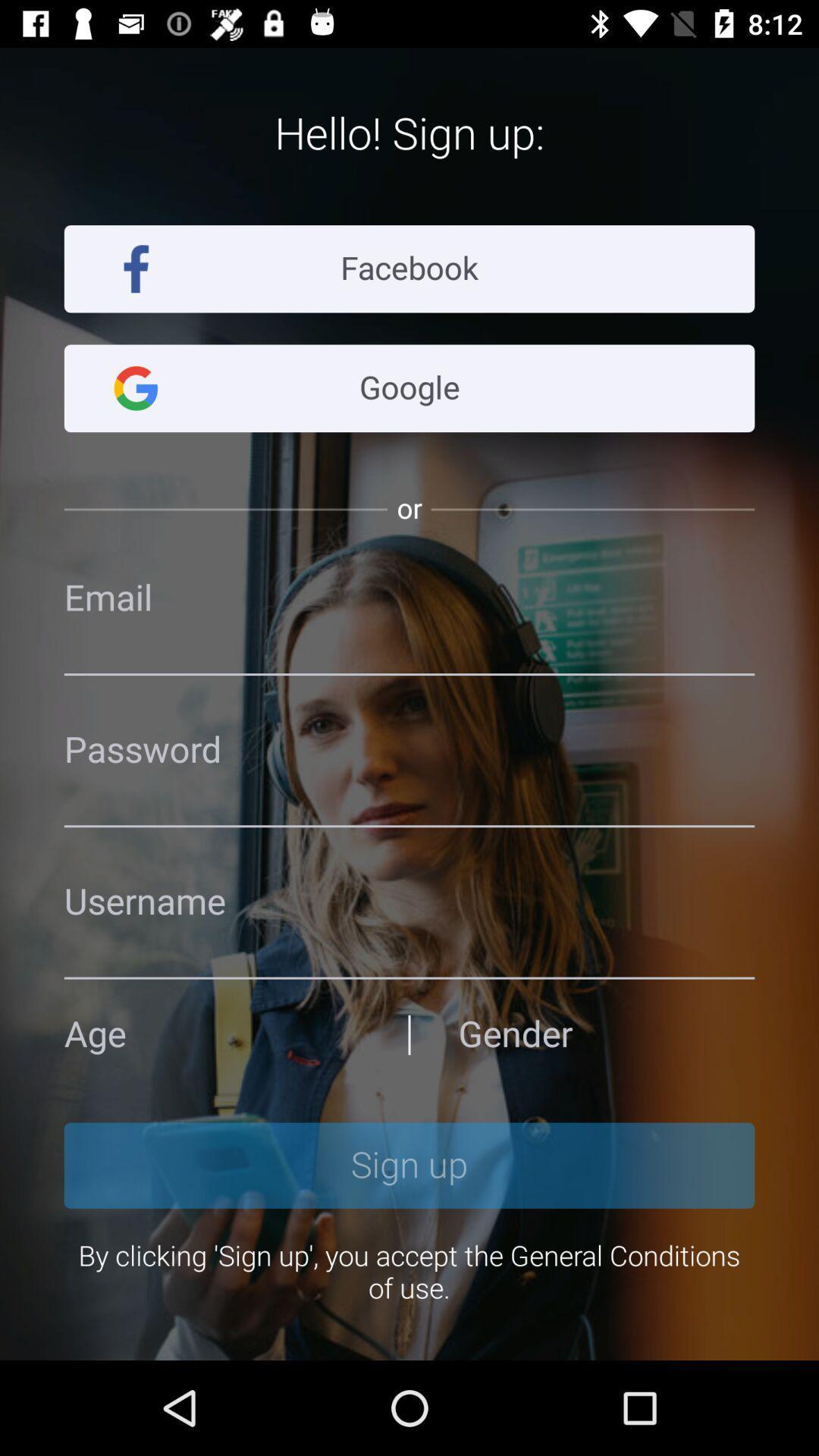 This screenshot has width=819, height=1456. Describe the element at coordinates (409, 902) in the screenshot. I see `the name` at that location.